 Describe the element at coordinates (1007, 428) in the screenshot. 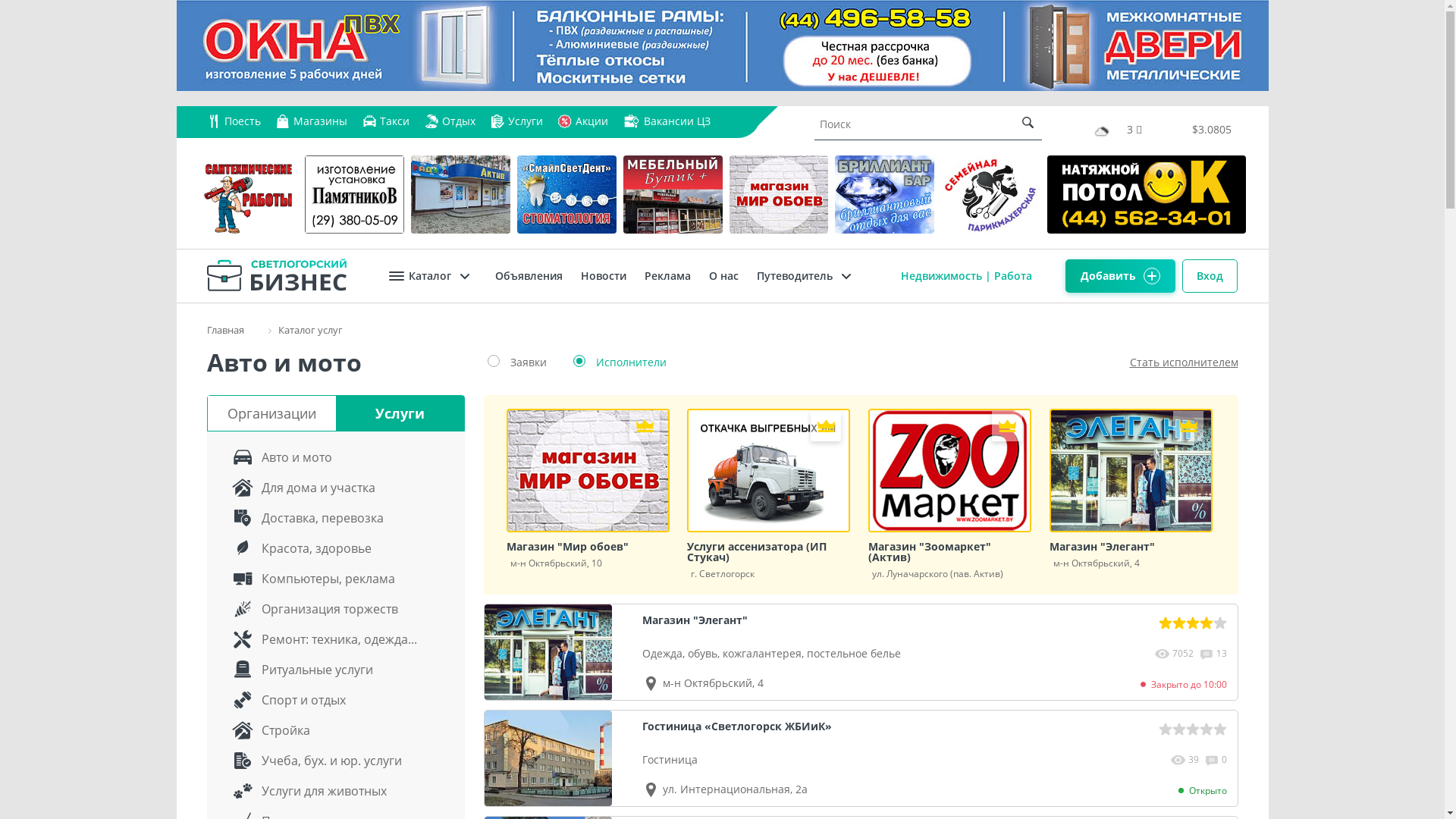

I see `'VIP'` at that location.